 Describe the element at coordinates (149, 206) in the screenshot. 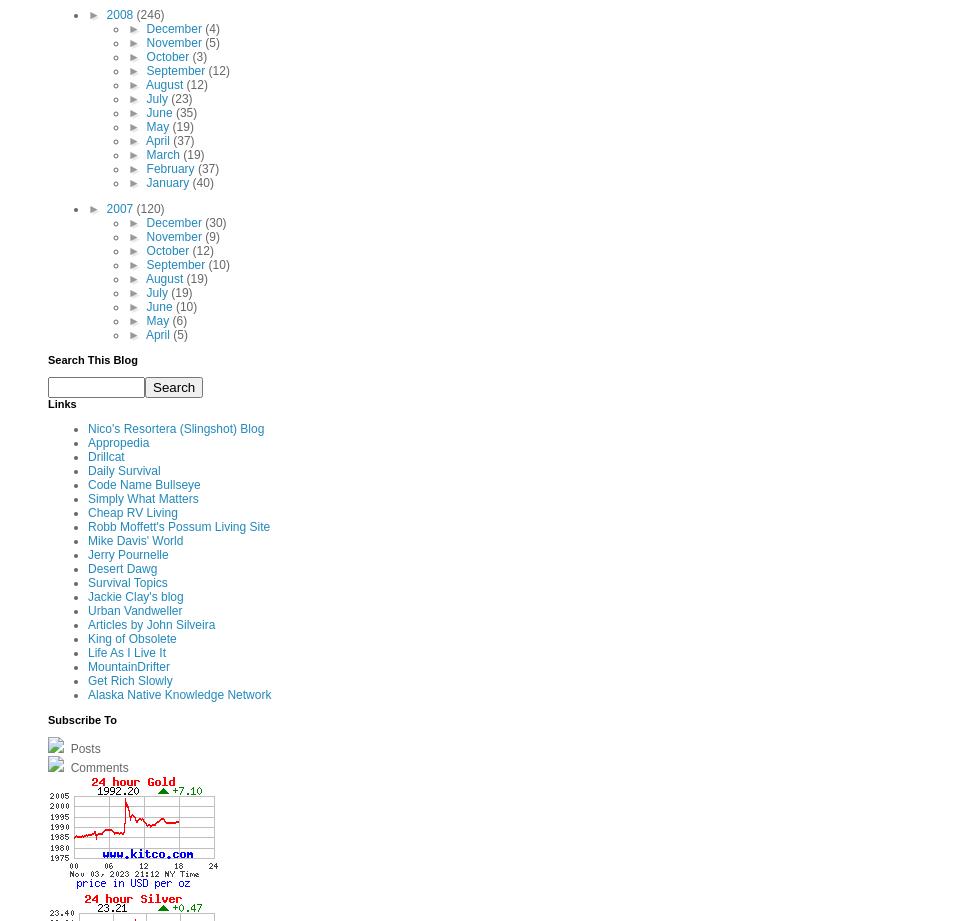

I see `'(120)'` at that location.